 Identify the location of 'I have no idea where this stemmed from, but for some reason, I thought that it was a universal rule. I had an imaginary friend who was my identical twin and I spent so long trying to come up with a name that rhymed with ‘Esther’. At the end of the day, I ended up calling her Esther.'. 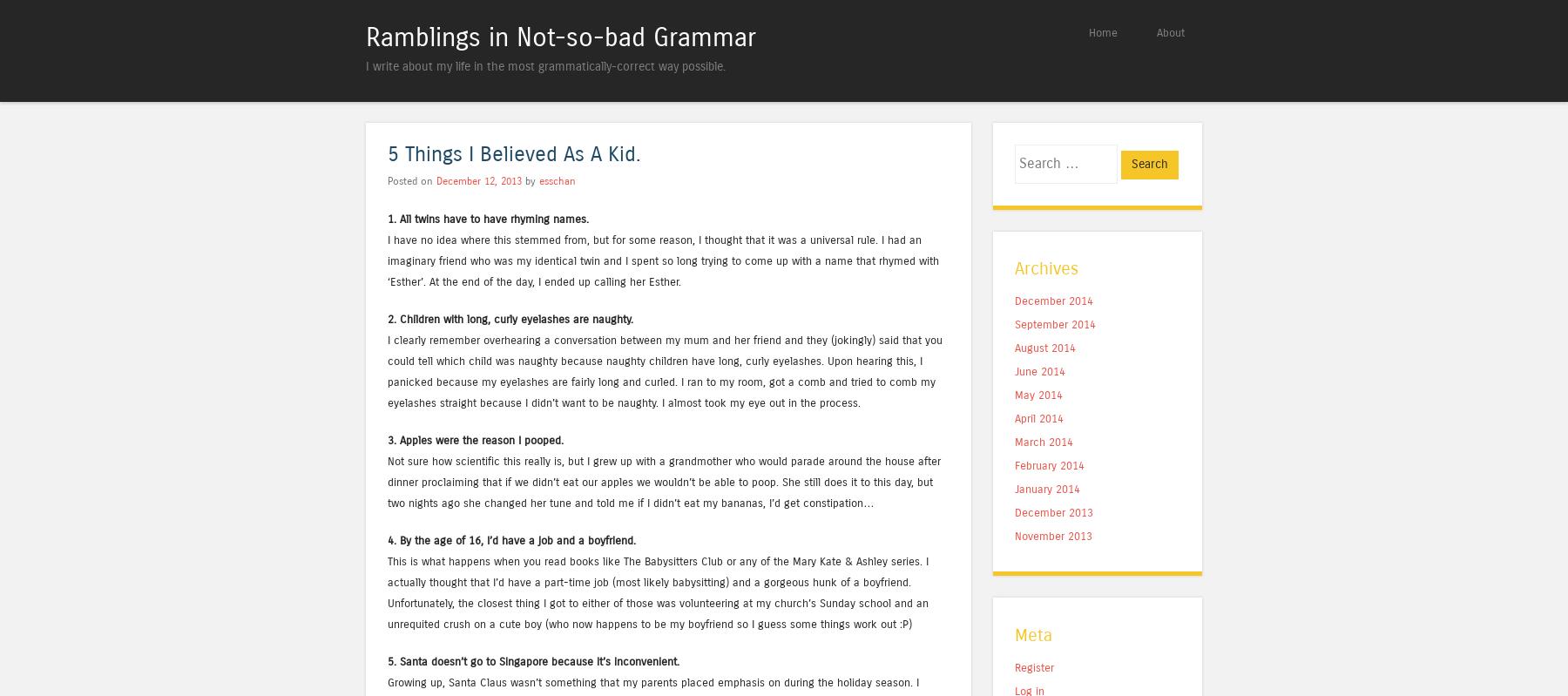
(662, 259).